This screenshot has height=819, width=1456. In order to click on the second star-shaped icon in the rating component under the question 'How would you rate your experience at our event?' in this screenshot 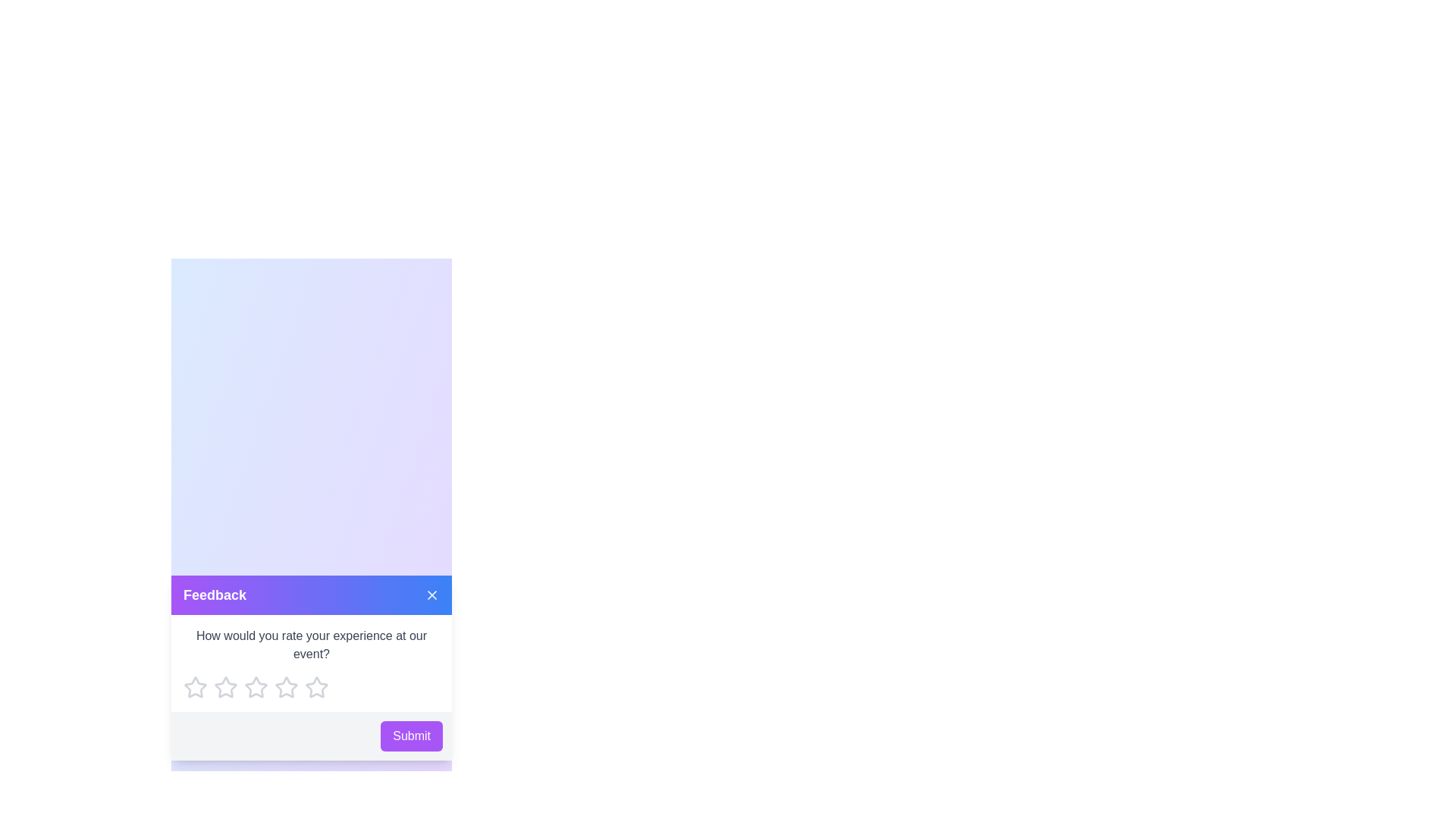, I will do `click(224, 687)`.